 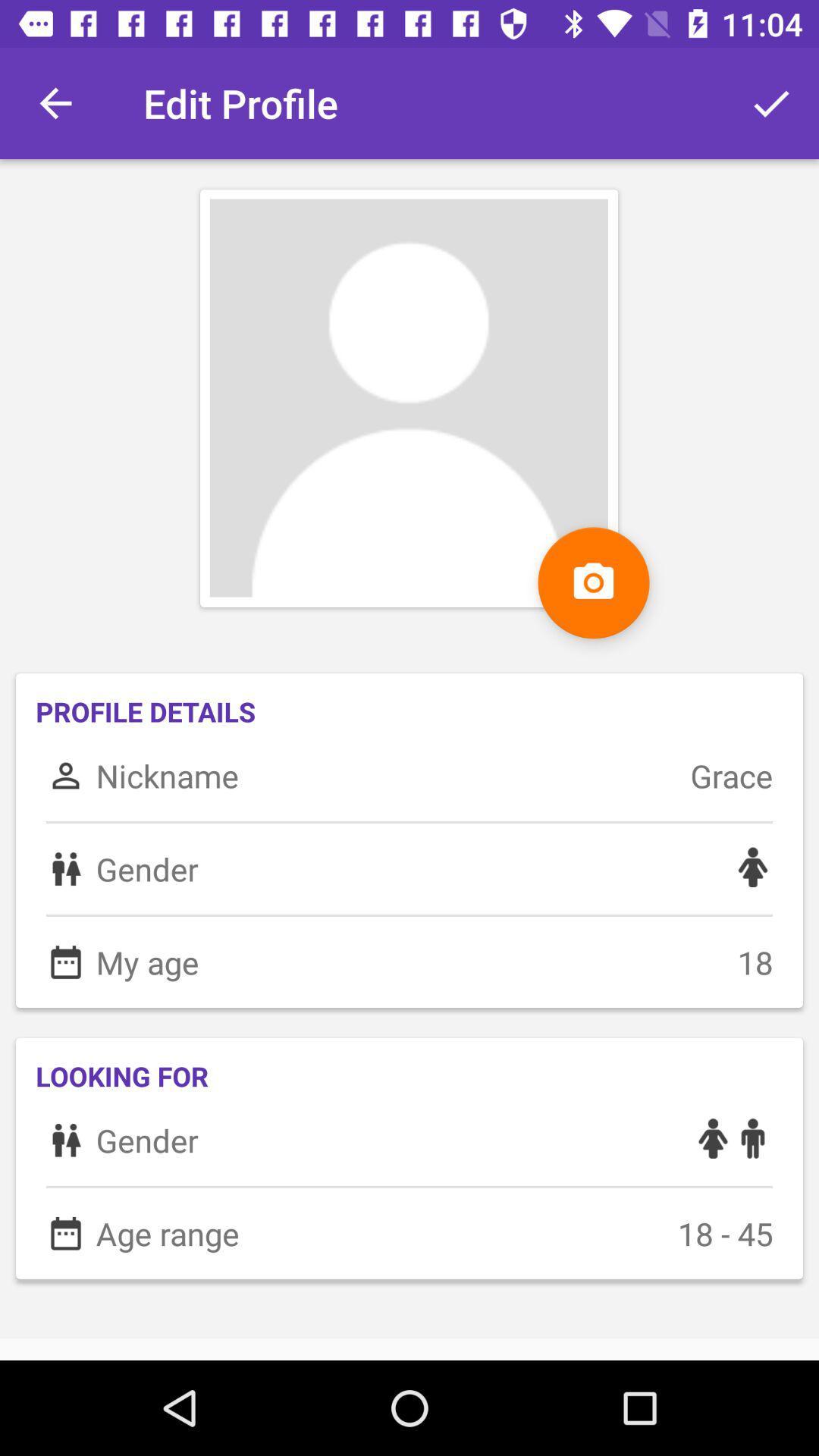 What do you see at coordinates (771, 102) in the screenshot?
I see `item above grace icon` at bounding box center [771, 102].